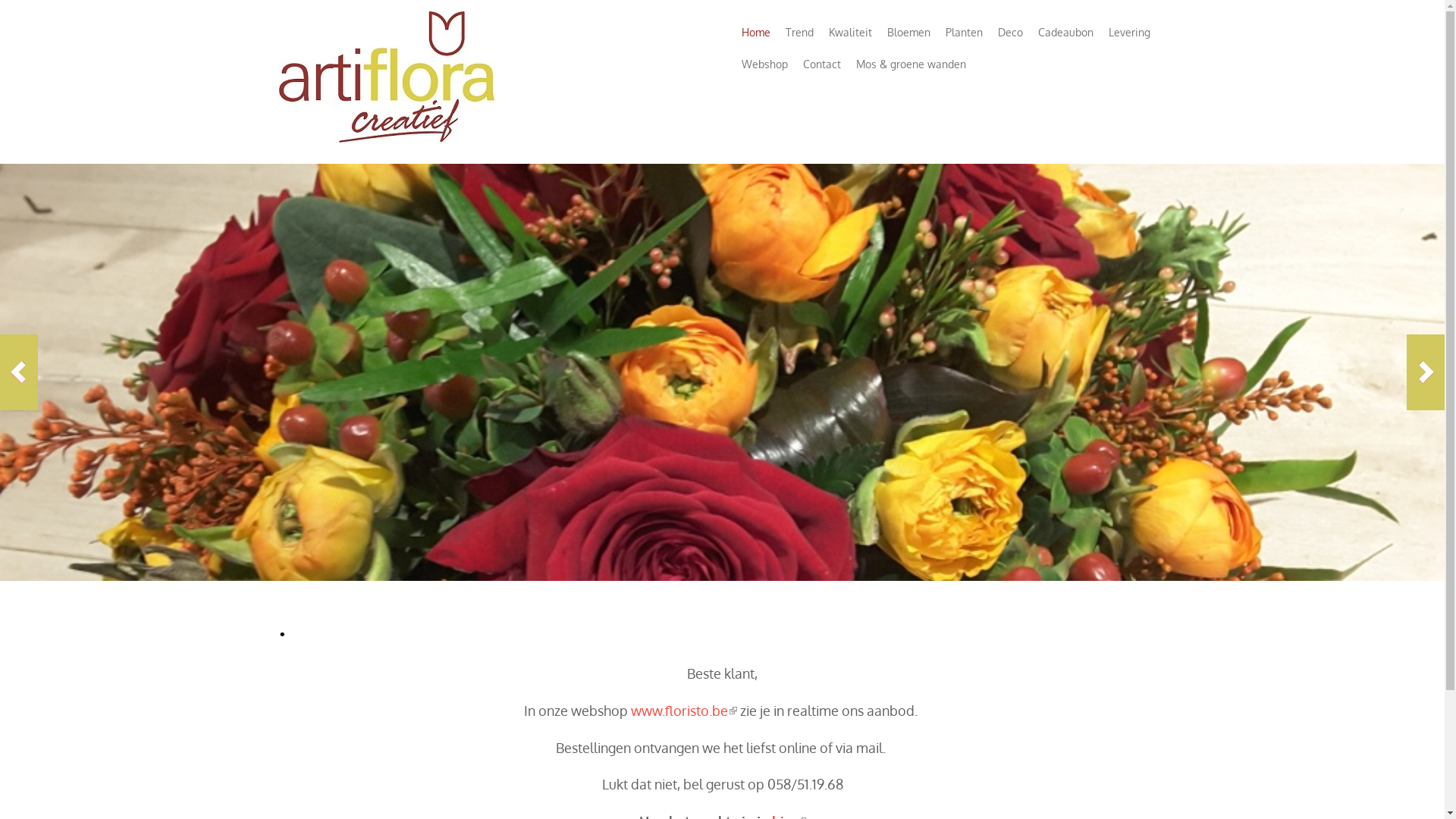  I want to click on 'Webshop', so click(764, 63).